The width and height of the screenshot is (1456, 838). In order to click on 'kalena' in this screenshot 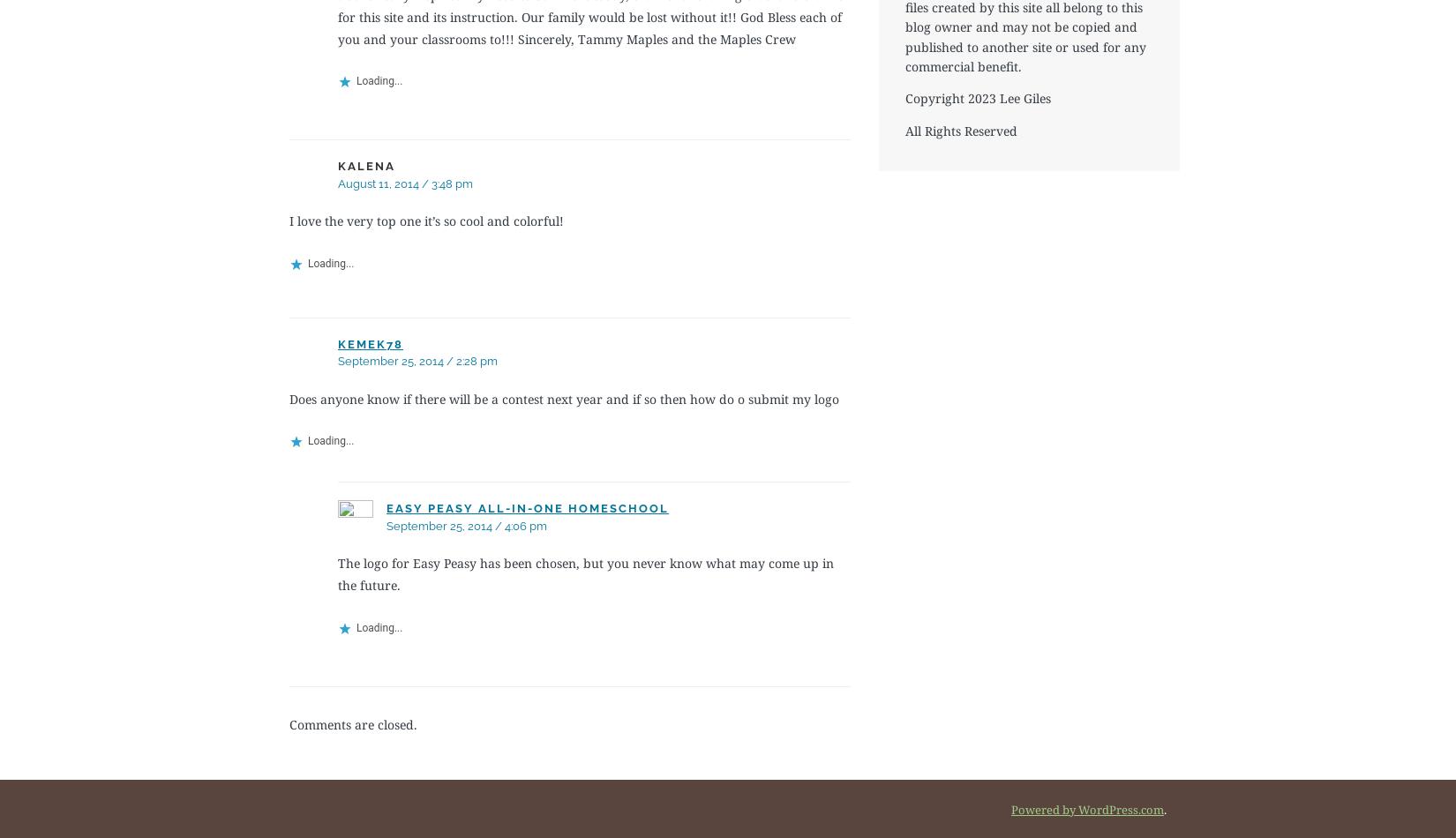, I will do `click(365, 166)`.